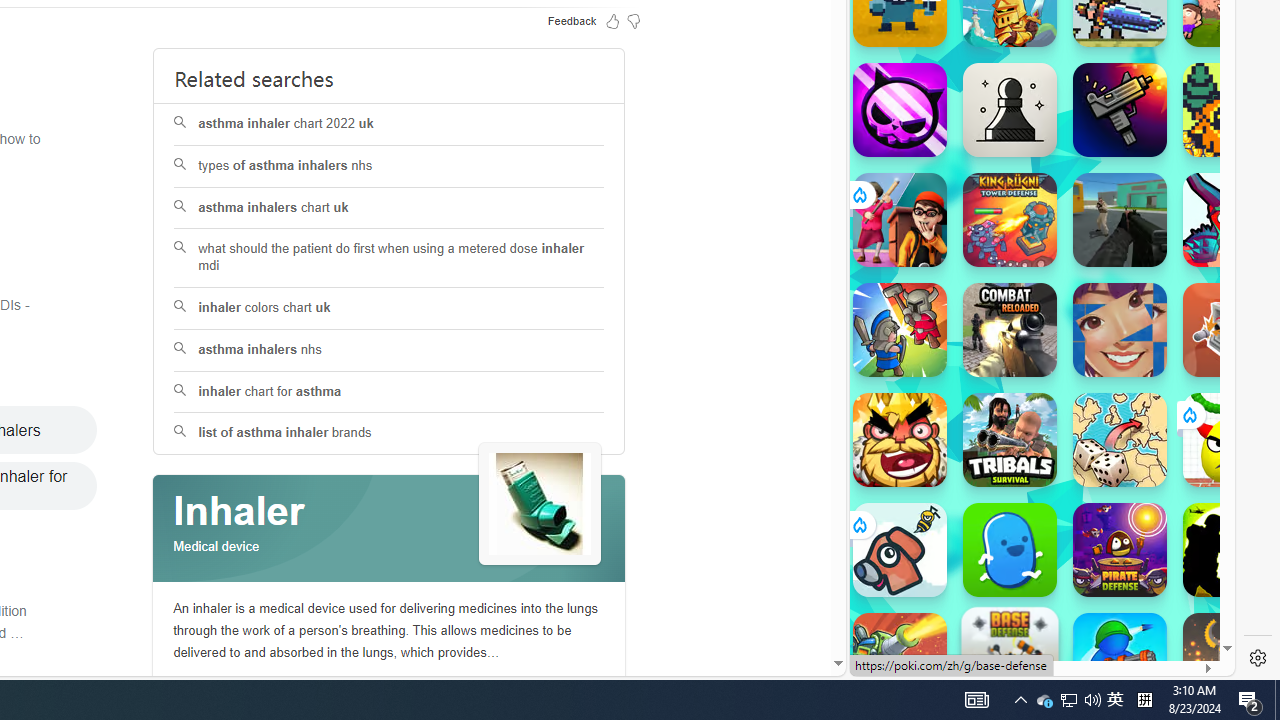  I want to click on 'list of asthma inhaler brands', so click(389, 433).